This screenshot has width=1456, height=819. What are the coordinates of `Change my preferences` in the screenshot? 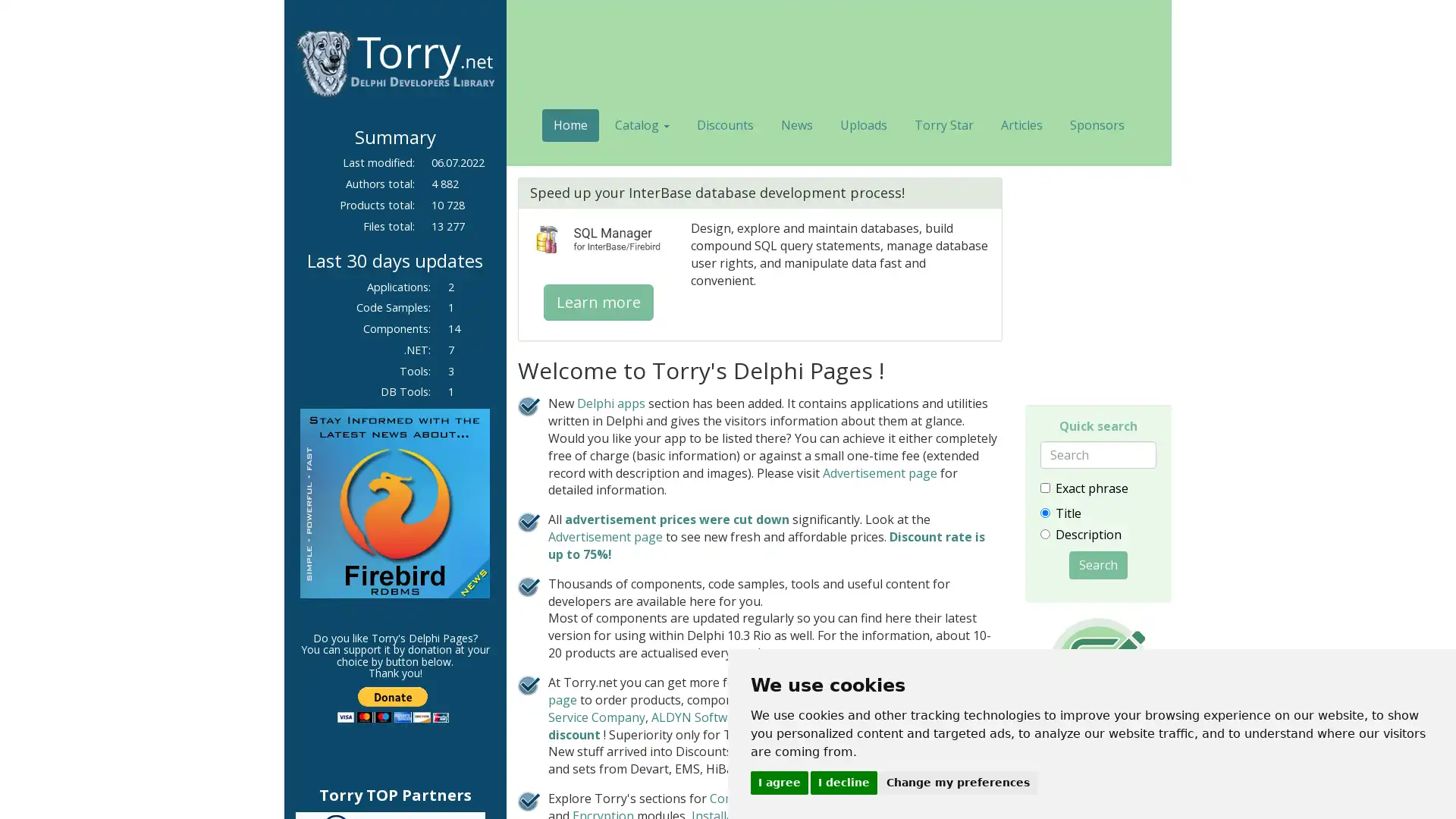 It's located at (957, 782).